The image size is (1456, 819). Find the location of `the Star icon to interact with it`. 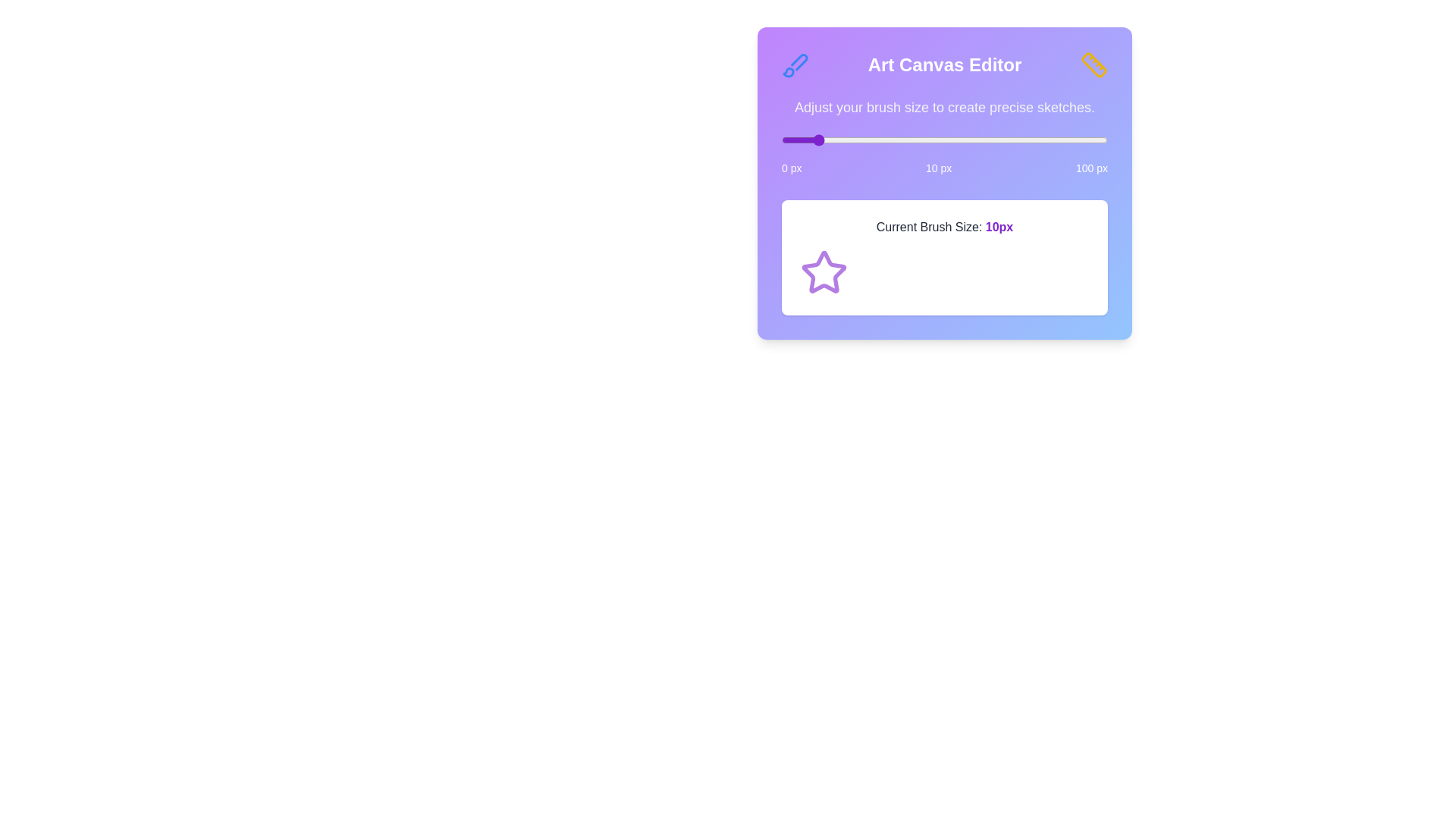

the Star icon to interact with it is located at coordinates (823, 271).